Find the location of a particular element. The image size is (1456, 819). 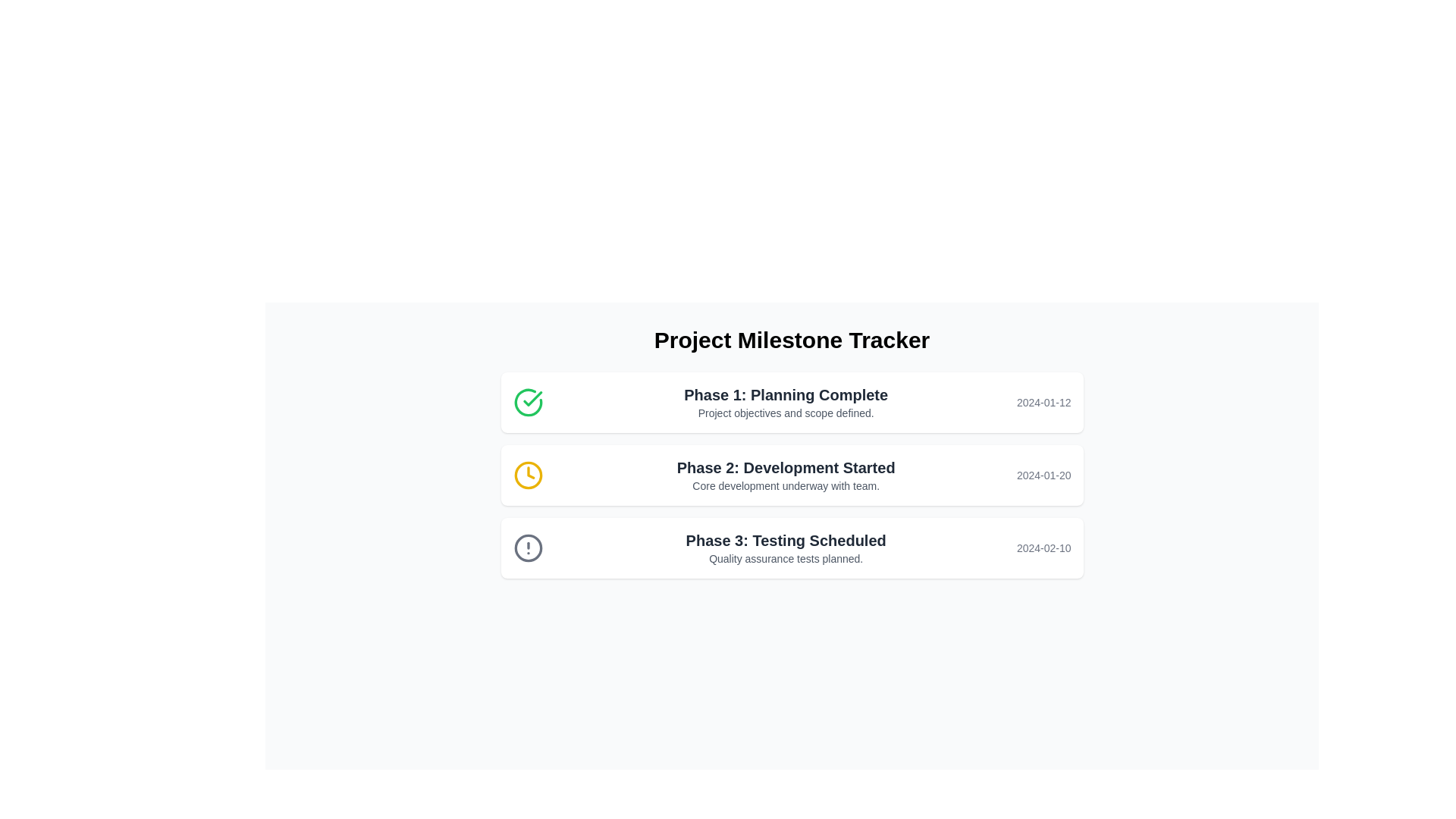

or highlight the yellow circle clock icon with a black outline is located at coordinates (528, 475).